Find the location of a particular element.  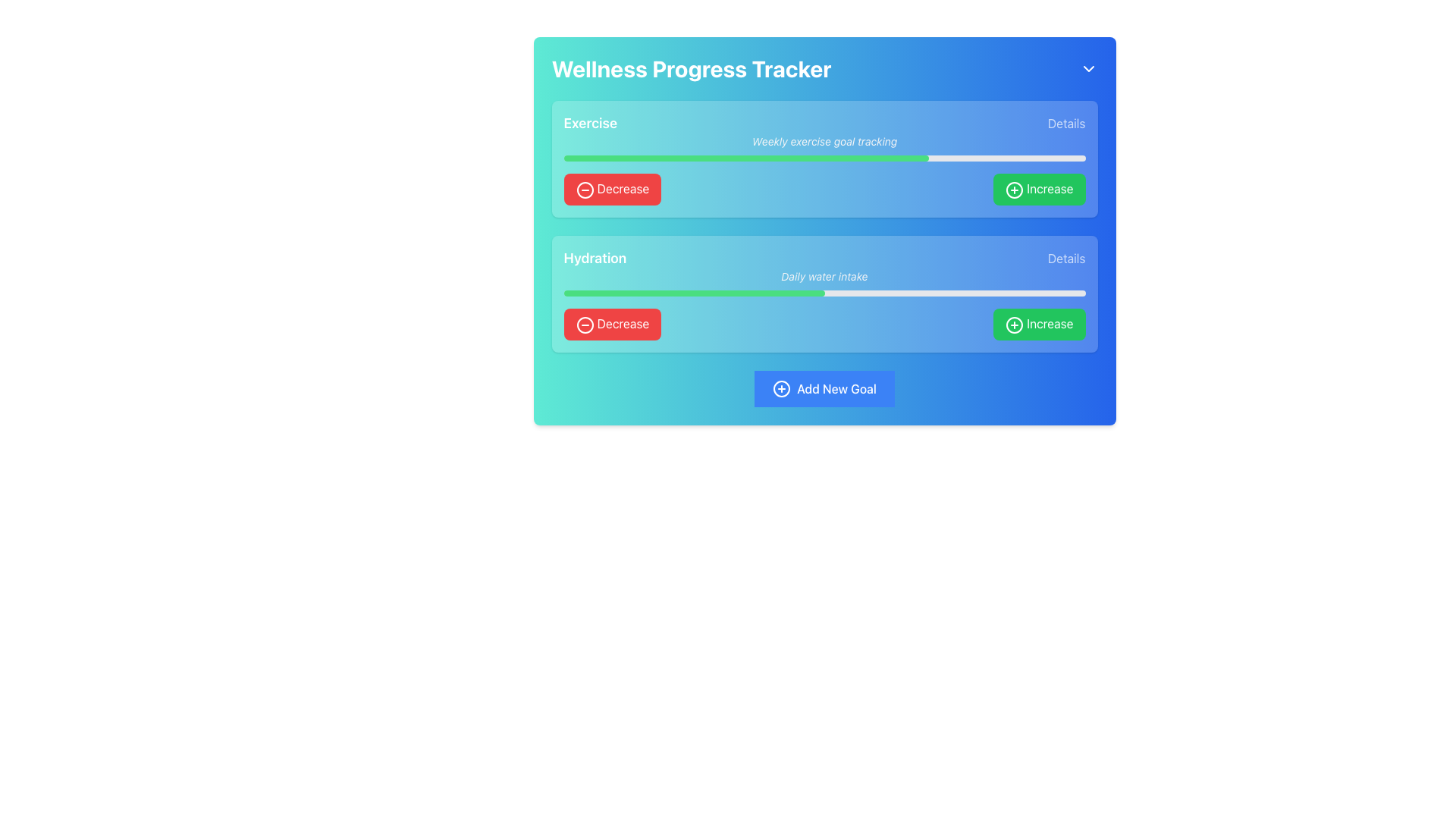

the circular 'Increase' button icon with a plus sign, which is framed in green, to trigger hover effects is located at coordinates (1014, 189).